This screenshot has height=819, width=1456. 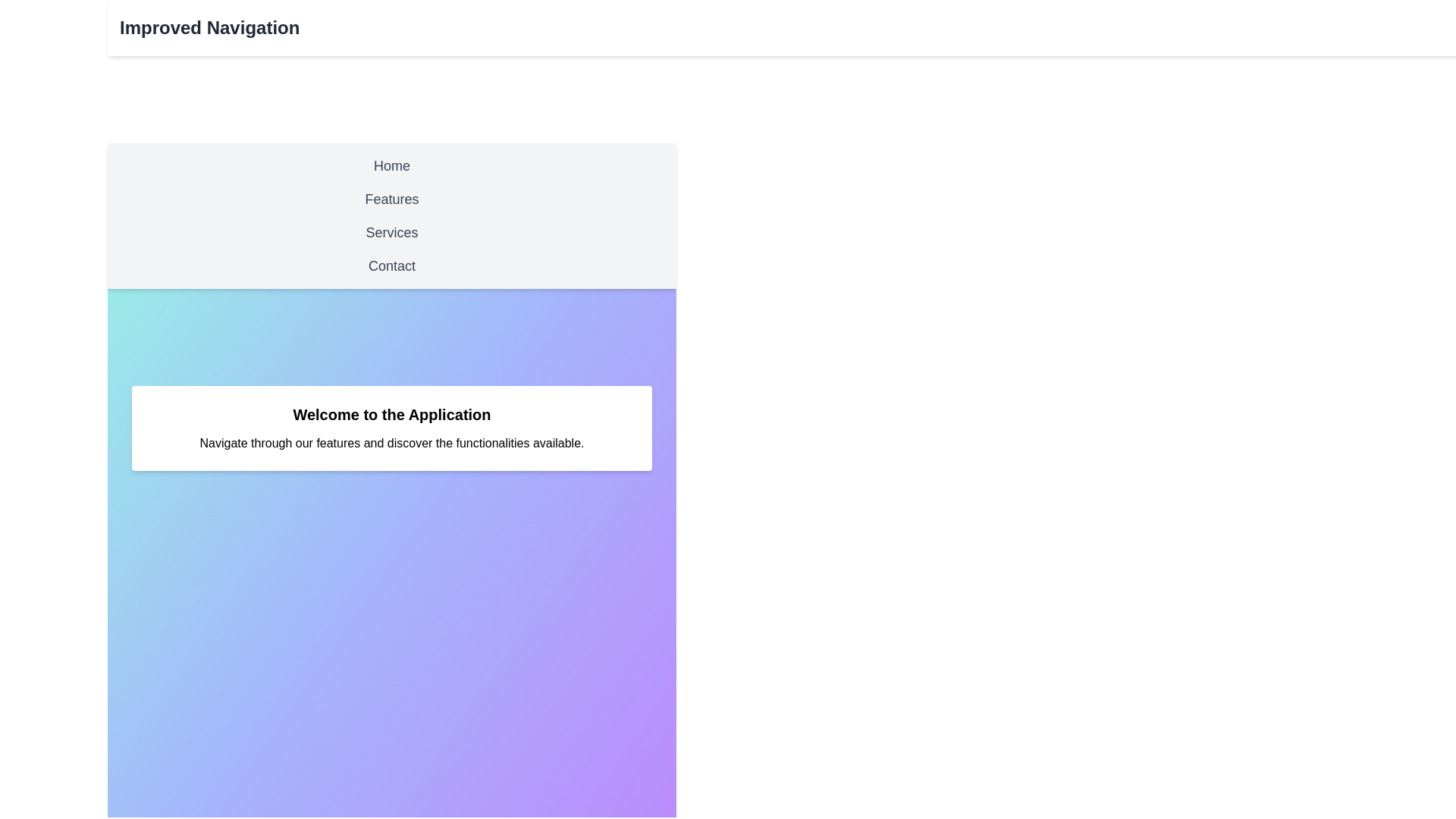 I want to click on the navigation menu item Contact, so click(x=392, y=265).